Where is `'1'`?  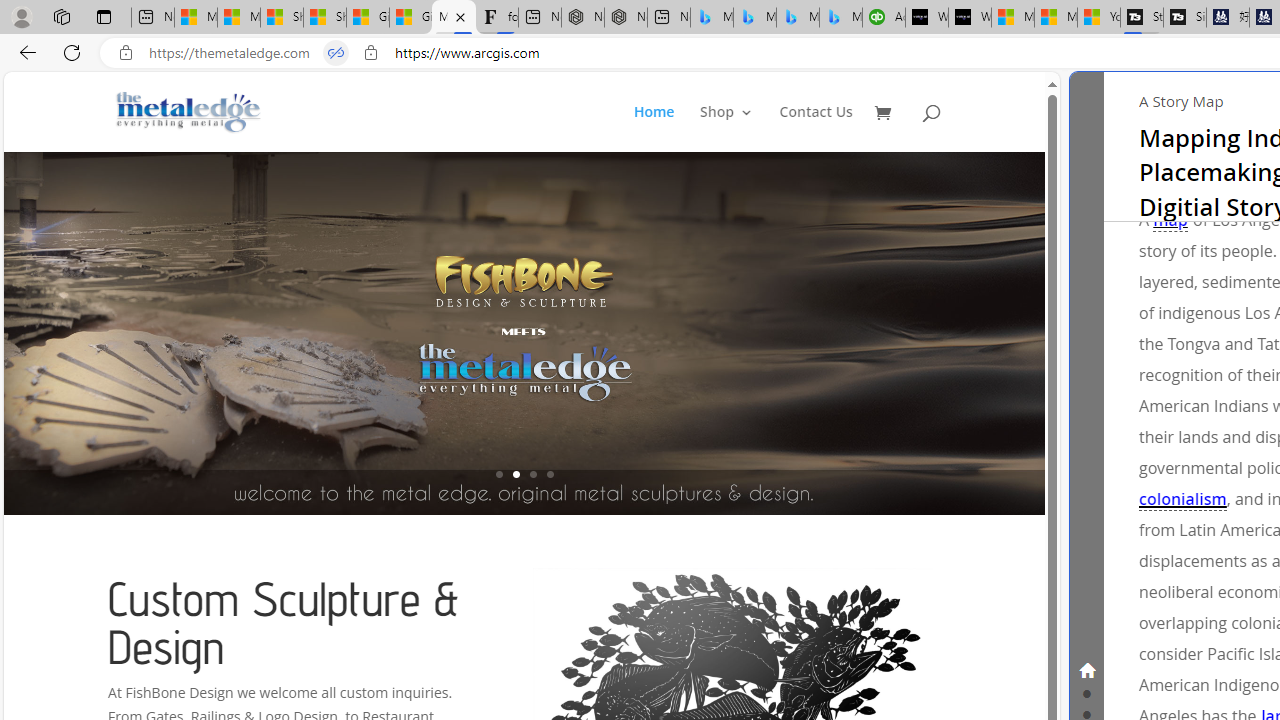 '1' is located at coordinates (499, 474).